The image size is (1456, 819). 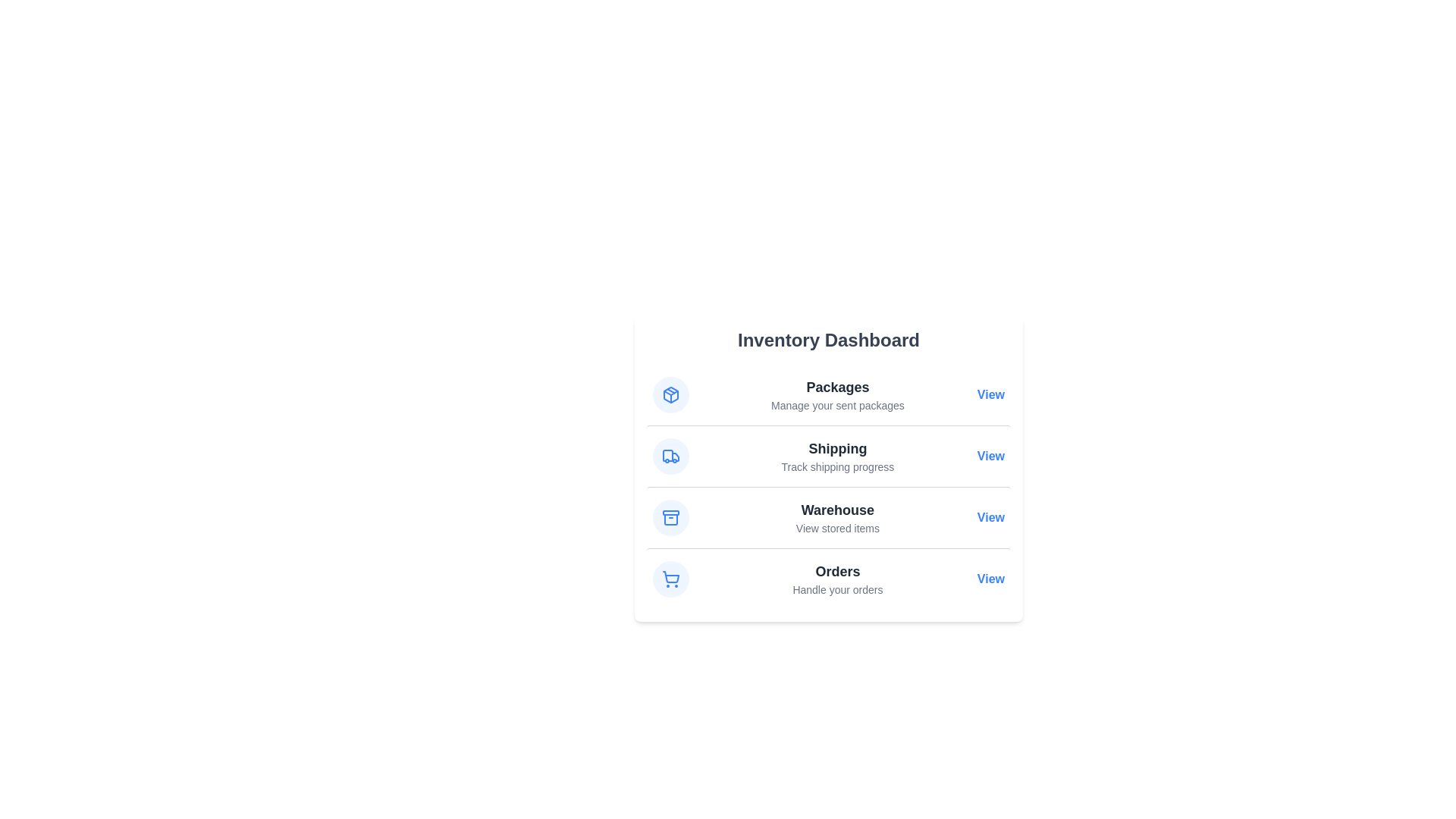 I want to click on the 'View' link for Packages, so click(x=990, y=394).